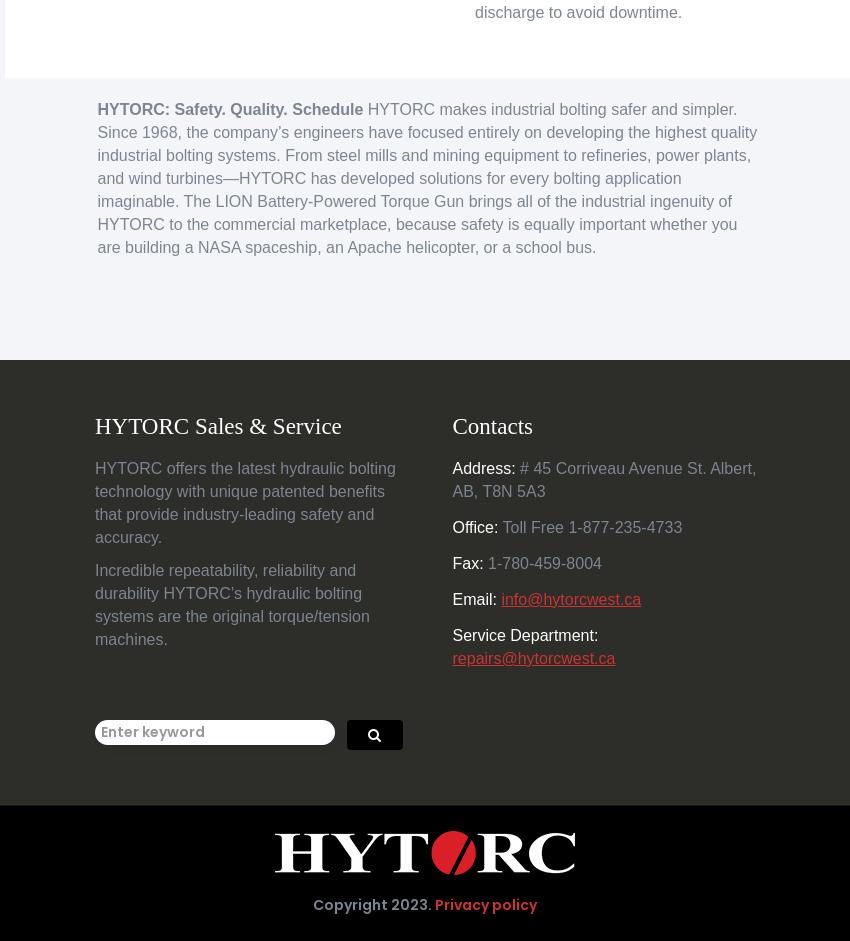 The height and width of the screenshot is (941, 850). What do you see at coordinates (540, 561) in the screenshot?
I see `'1-780-459-8004'` at bounding box center [540, 561].